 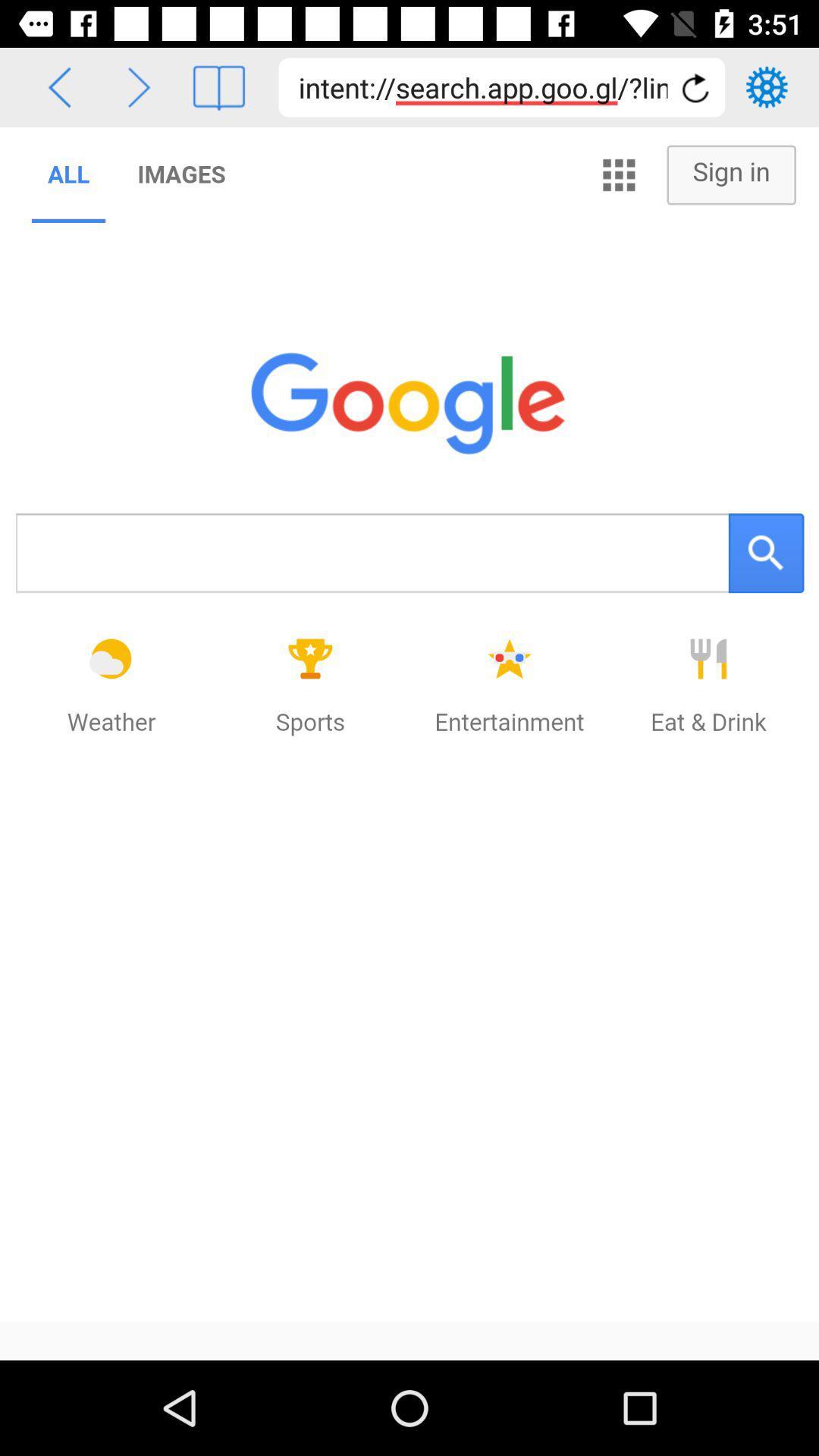 What do you see at coordinates (218, 86) in the screenshot?
I see `the book icon` at bounding box center [218, 86].